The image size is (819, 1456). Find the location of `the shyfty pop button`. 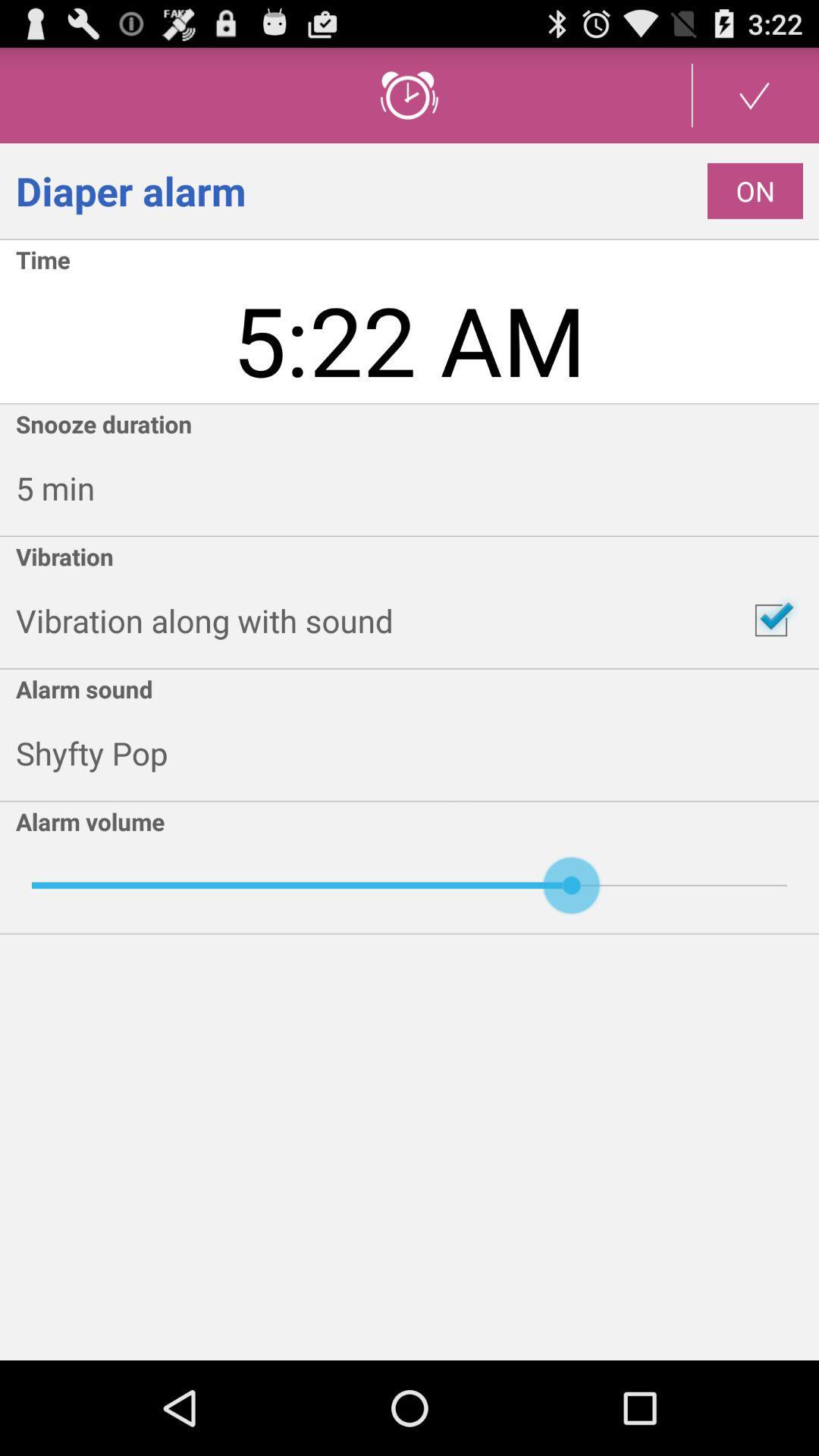

the shyfty pop button is located at coordinates (417, 753).